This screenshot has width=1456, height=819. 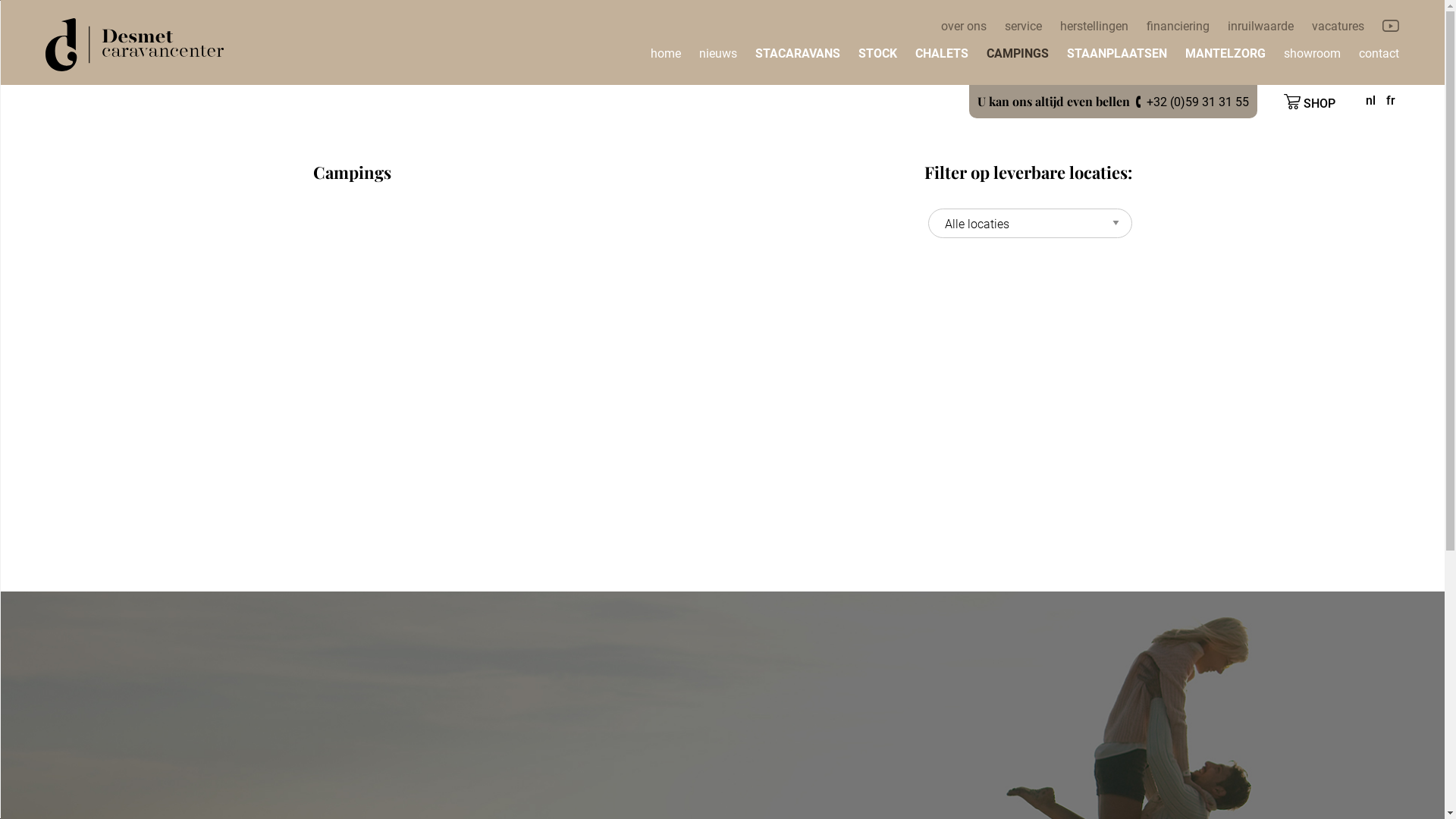 What do you see at coordinates (1309, 102) in the screenshot?
I see `'SHOP'` at bounding box center [1309, 102].